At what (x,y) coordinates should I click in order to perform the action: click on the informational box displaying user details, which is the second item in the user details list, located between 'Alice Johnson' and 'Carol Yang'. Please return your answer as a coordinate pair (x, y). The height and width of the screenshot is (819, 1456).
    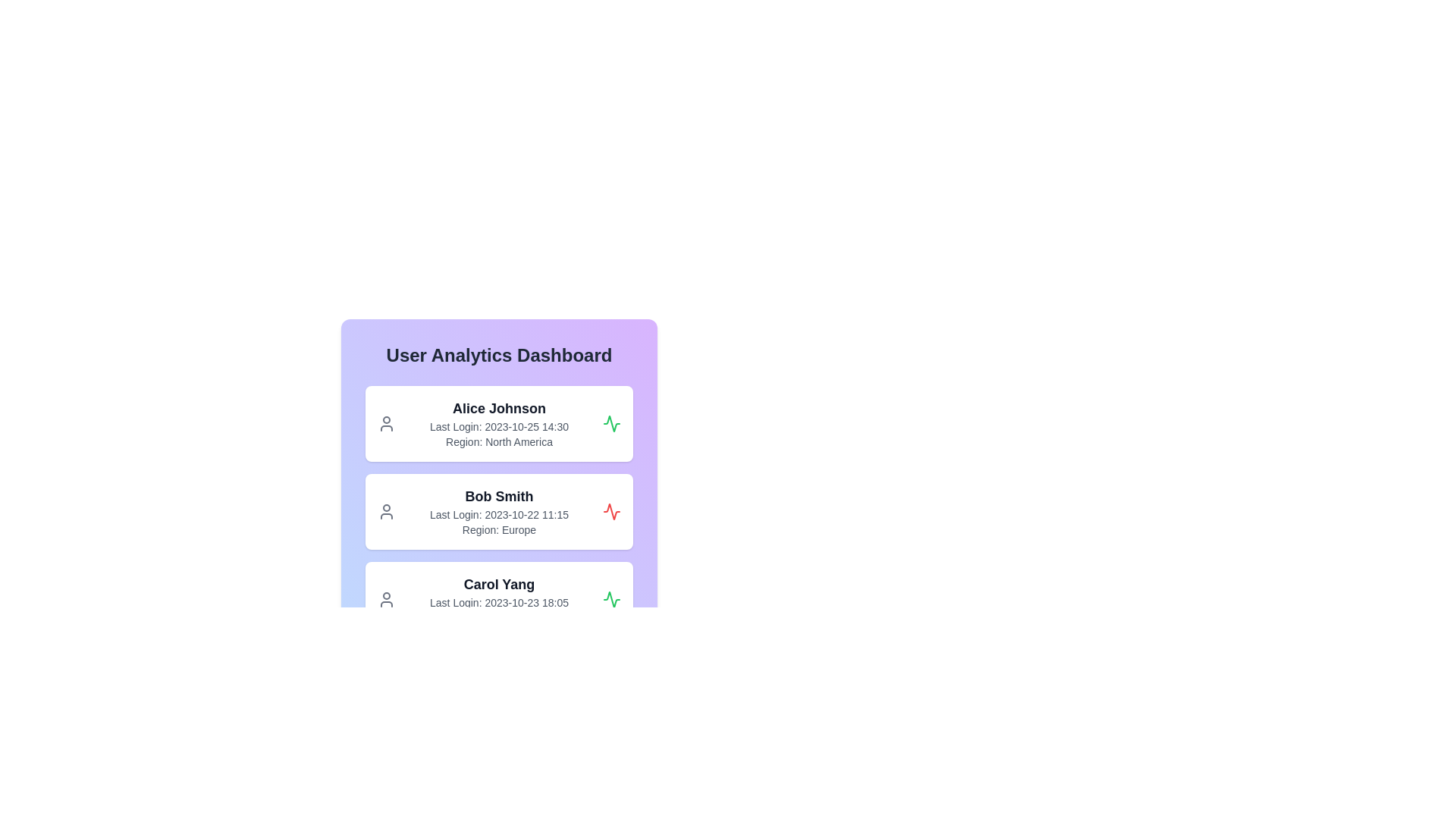
    Looking at the image, I should click on (499, 512).